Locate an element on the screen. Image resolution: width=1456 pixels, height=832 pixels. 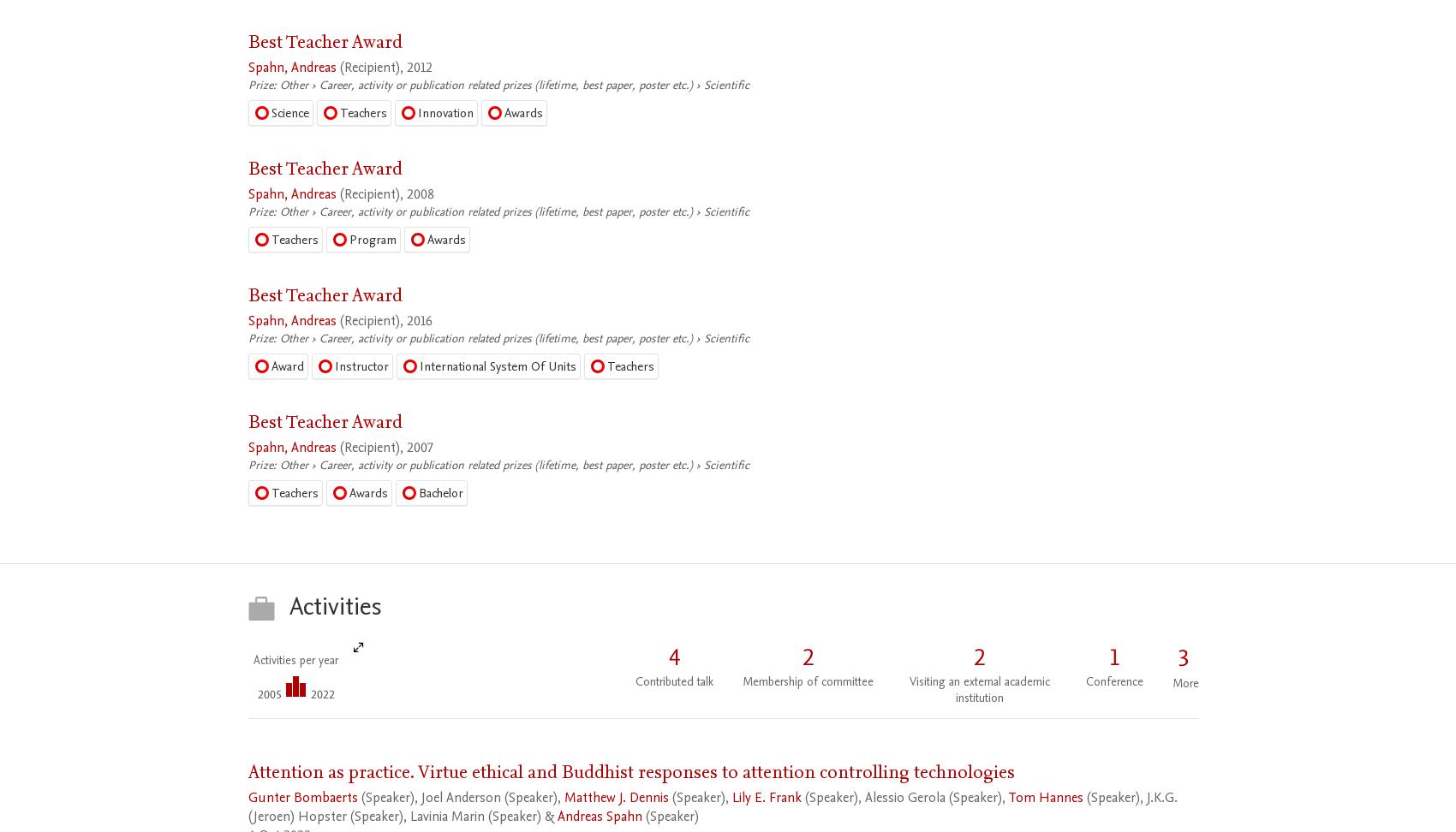
'Matthew J. Dennis' is located at coordinates (564, 796).